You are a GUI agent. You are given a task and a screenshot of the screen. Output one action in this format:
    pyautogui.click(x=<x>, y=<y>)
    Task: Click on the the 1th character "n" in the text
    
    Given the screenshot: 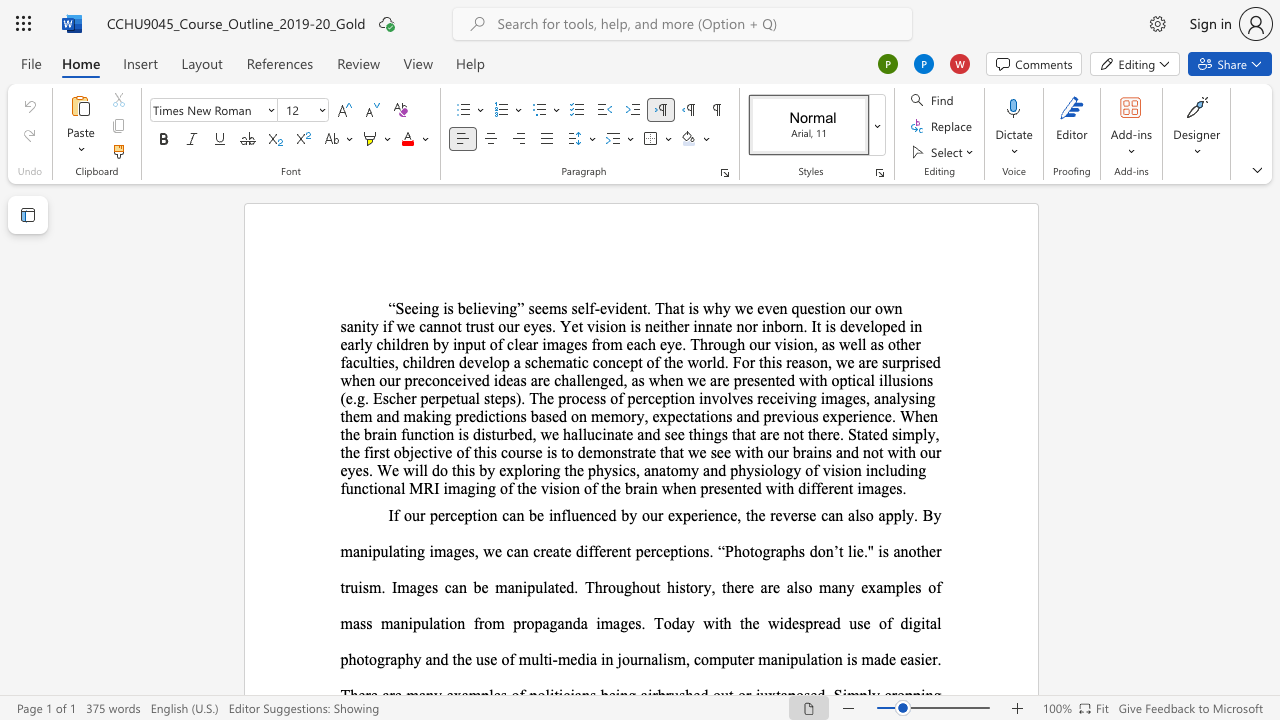 What is the action you would take?
    pyautogui.click(x=707, y=398)
    